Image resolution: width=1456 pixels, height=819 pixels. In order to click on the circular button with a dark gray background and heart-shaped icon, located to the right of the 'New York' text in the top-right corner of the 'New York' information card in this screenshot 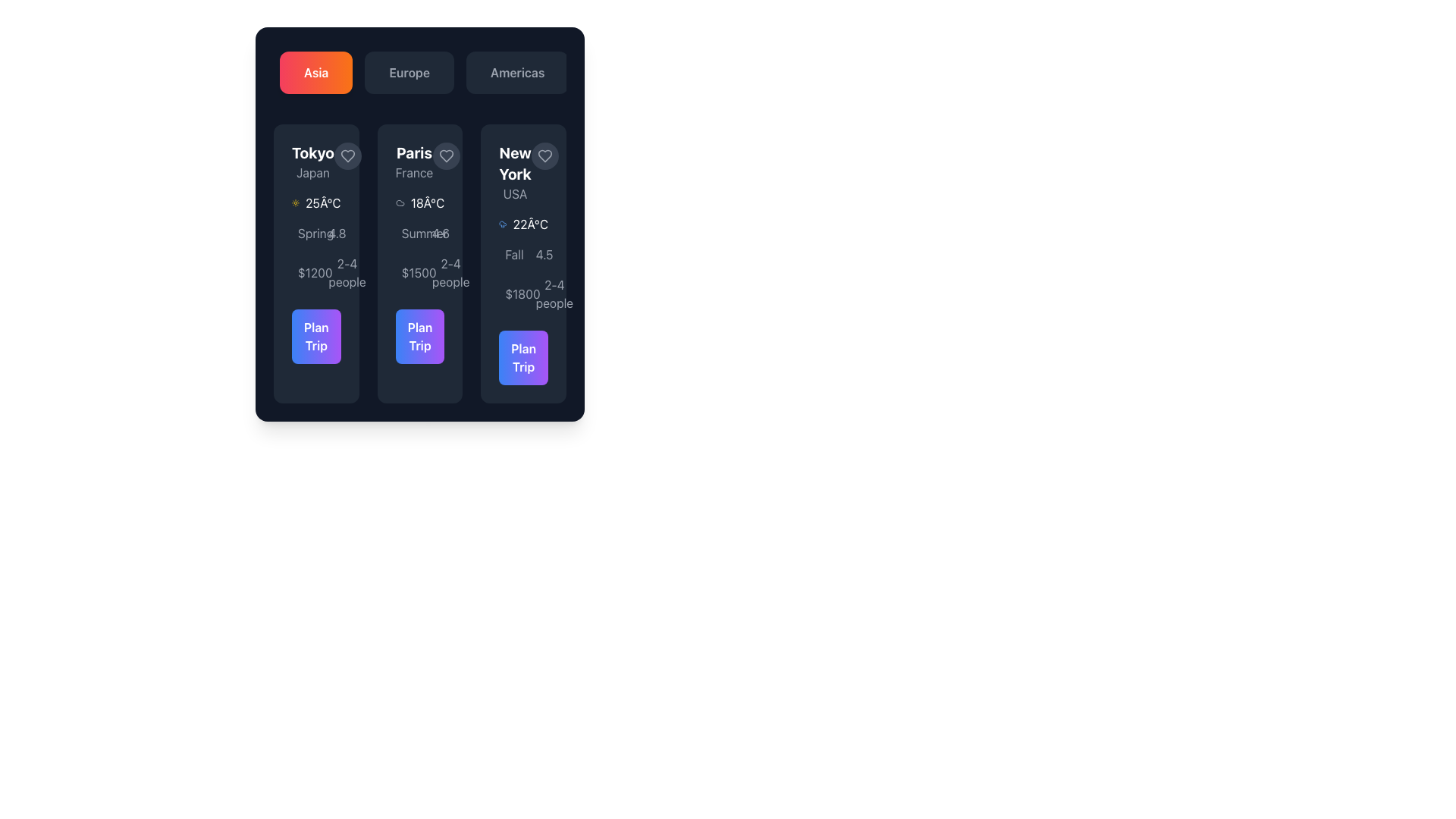, I will do `click(544, 155)`.